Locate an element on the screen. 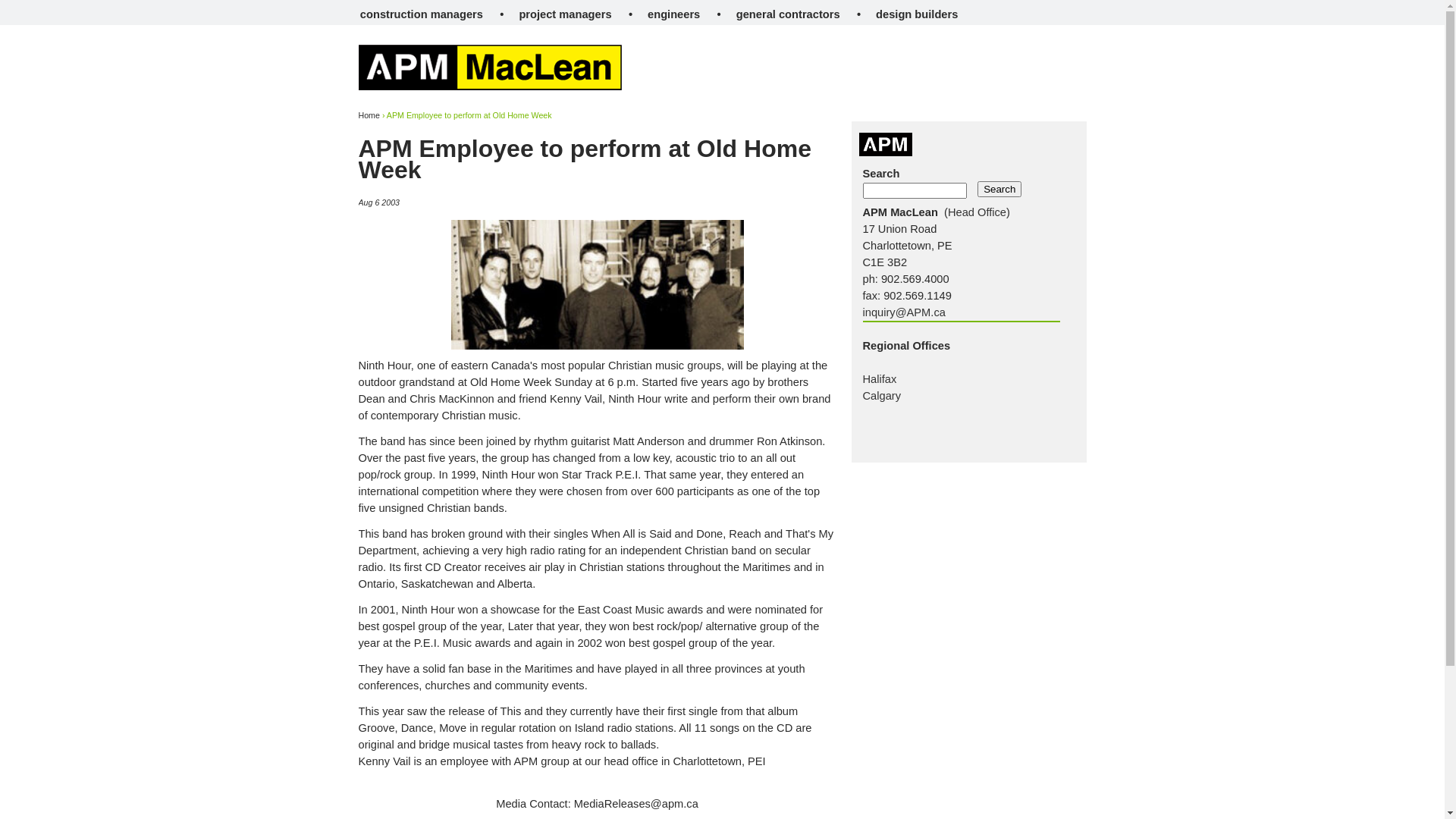 The image size is (1456, 819). 'MediaReleases@apm.ca' is located at coordinates (636, 803).